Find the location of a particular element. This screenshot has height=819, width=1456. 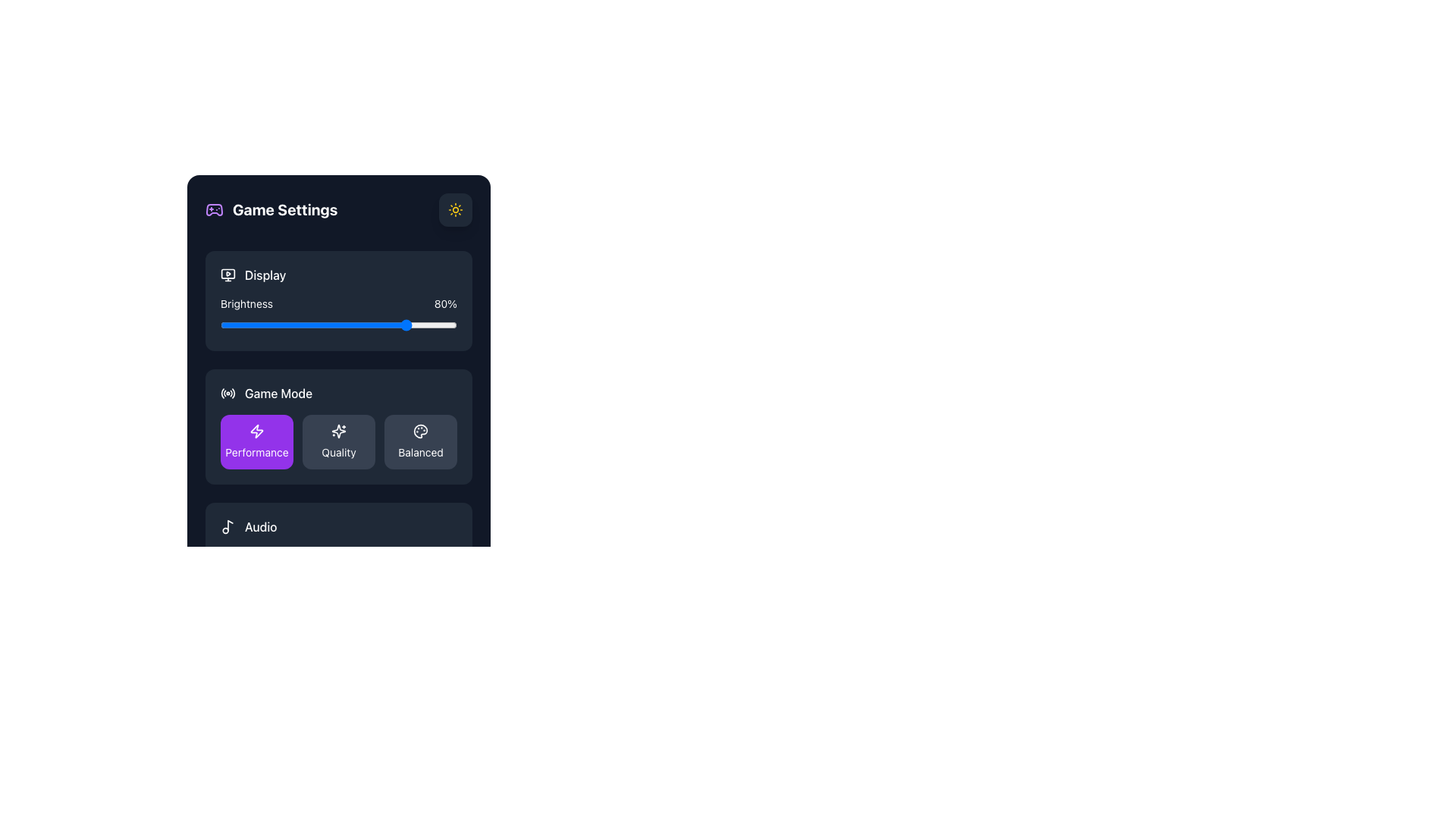

the selector buttons in the 'Game Mode' settings, allowing the user to choose between 'Performance,' 'Quality,' and 'Balanced' modes is located at coordinates (337, 441).